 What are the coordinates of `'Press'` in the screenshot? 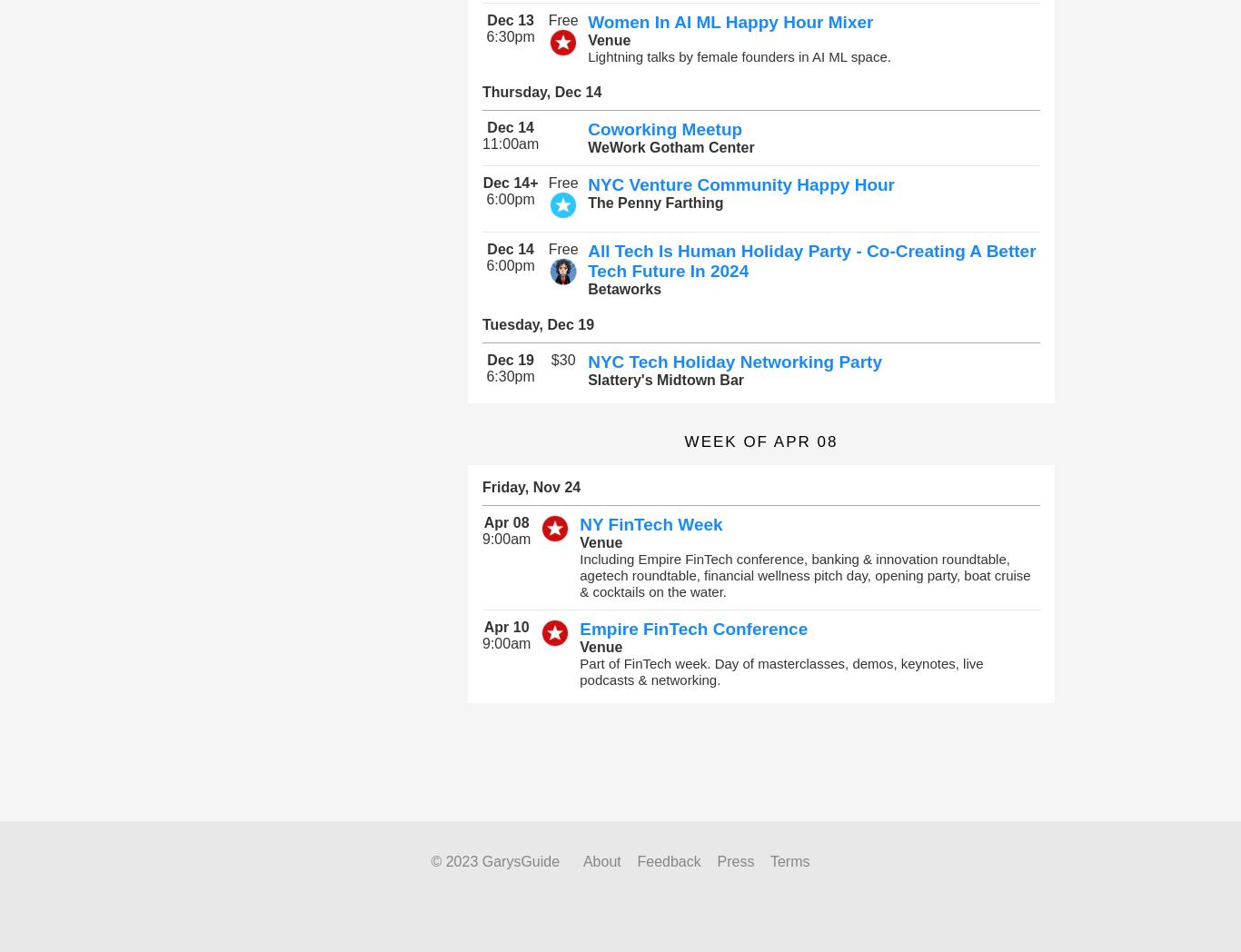 It's located at (734, 861).